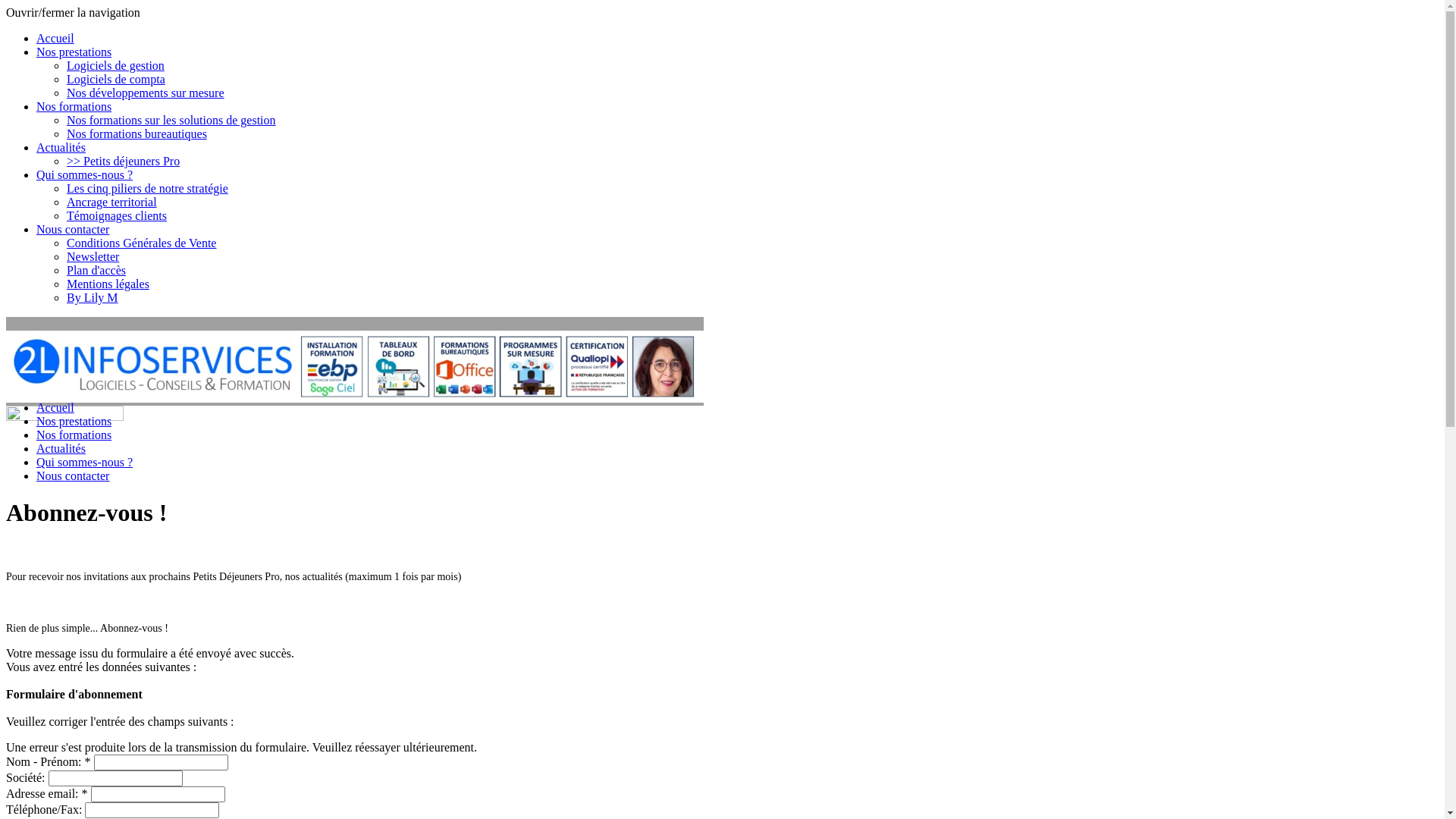 This screenshot has width=1456, height=819. I want to click on 'Ouvrir/fermer la navigation', so click(72, 12).